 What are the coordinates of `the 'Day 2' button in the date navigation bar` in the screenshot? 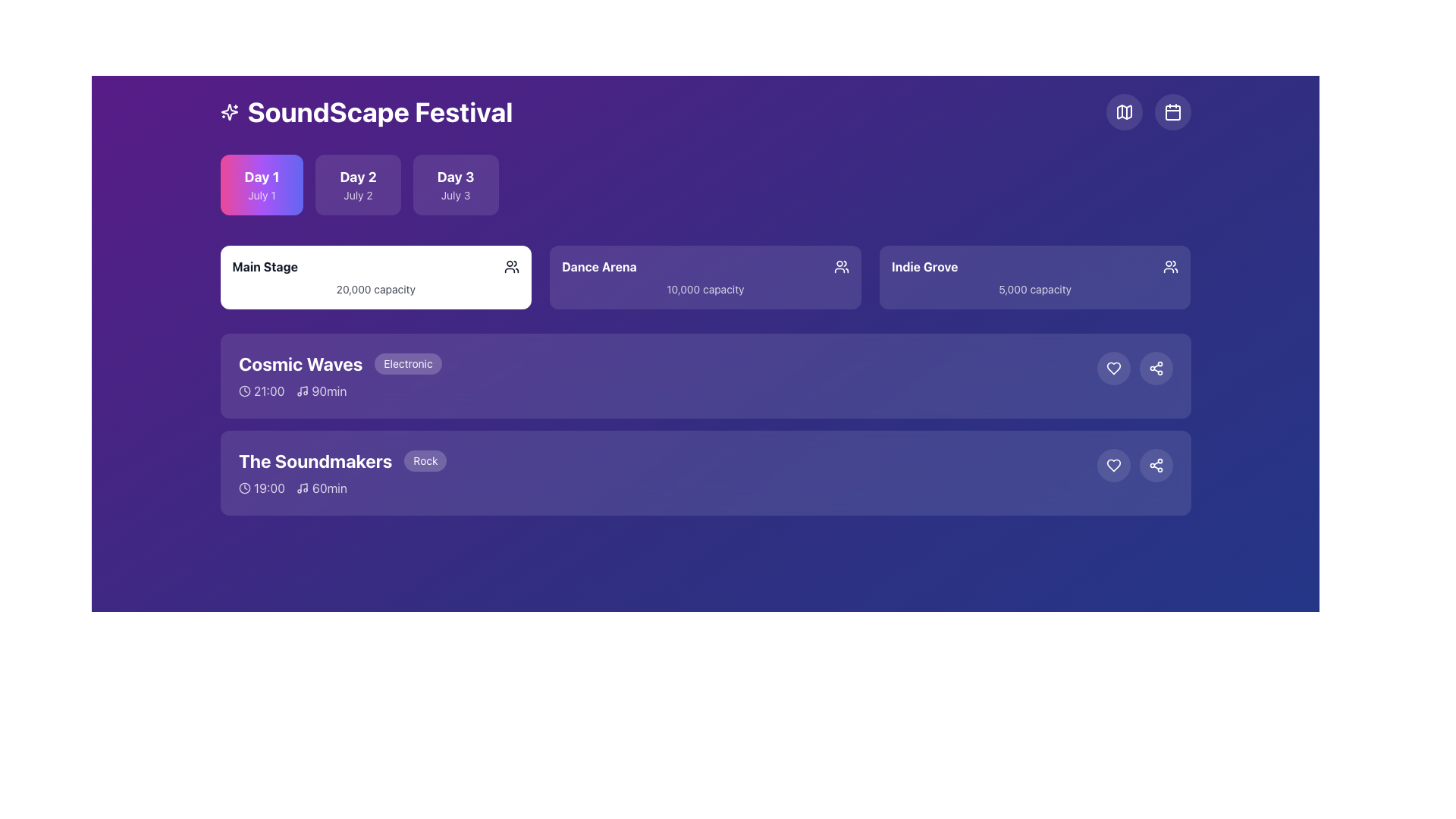 It's located at (357, 184).